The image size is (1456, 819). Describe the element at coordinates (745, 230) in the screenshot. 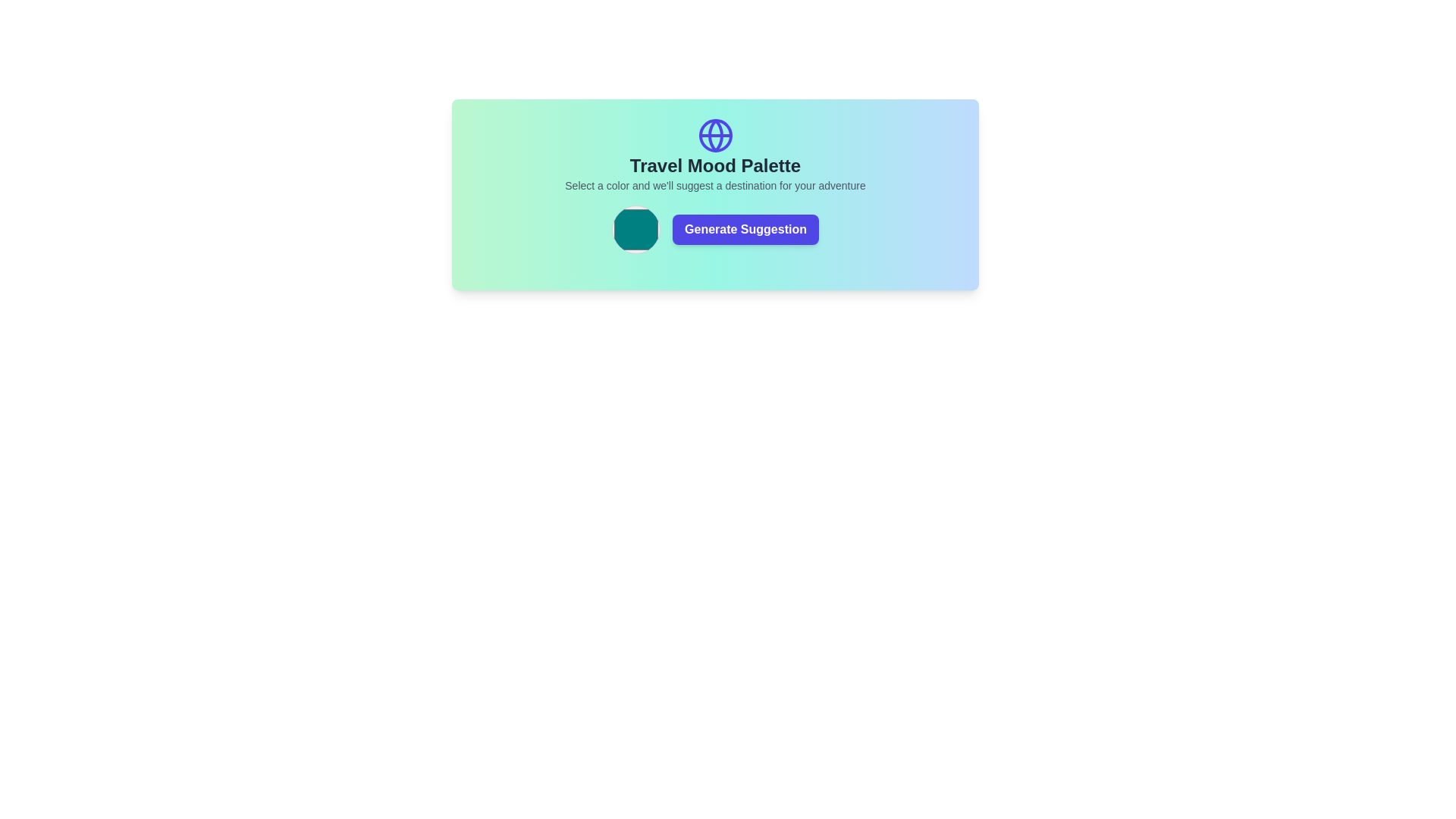

I see `the suggestion generation button, which is located on the right side of the color preview circle within a gradient-colored main block` at that location.